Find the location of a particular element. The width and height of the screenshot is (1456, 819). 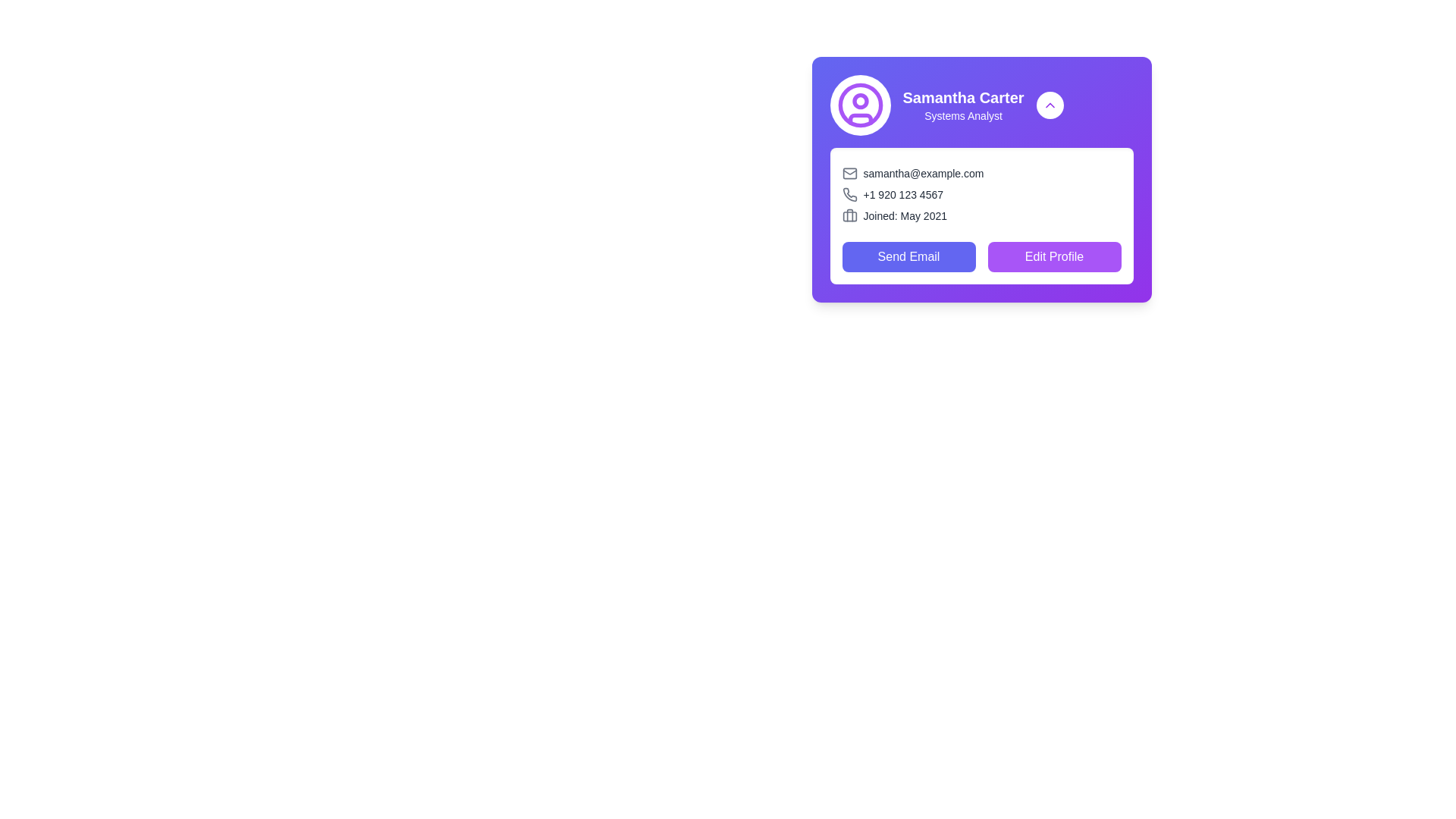

the phone-related SVG icon located in the middle section of the contact card, positioned to the left of the phone number and between an email icon above and another visual element below is located at coordinates (849, 193).